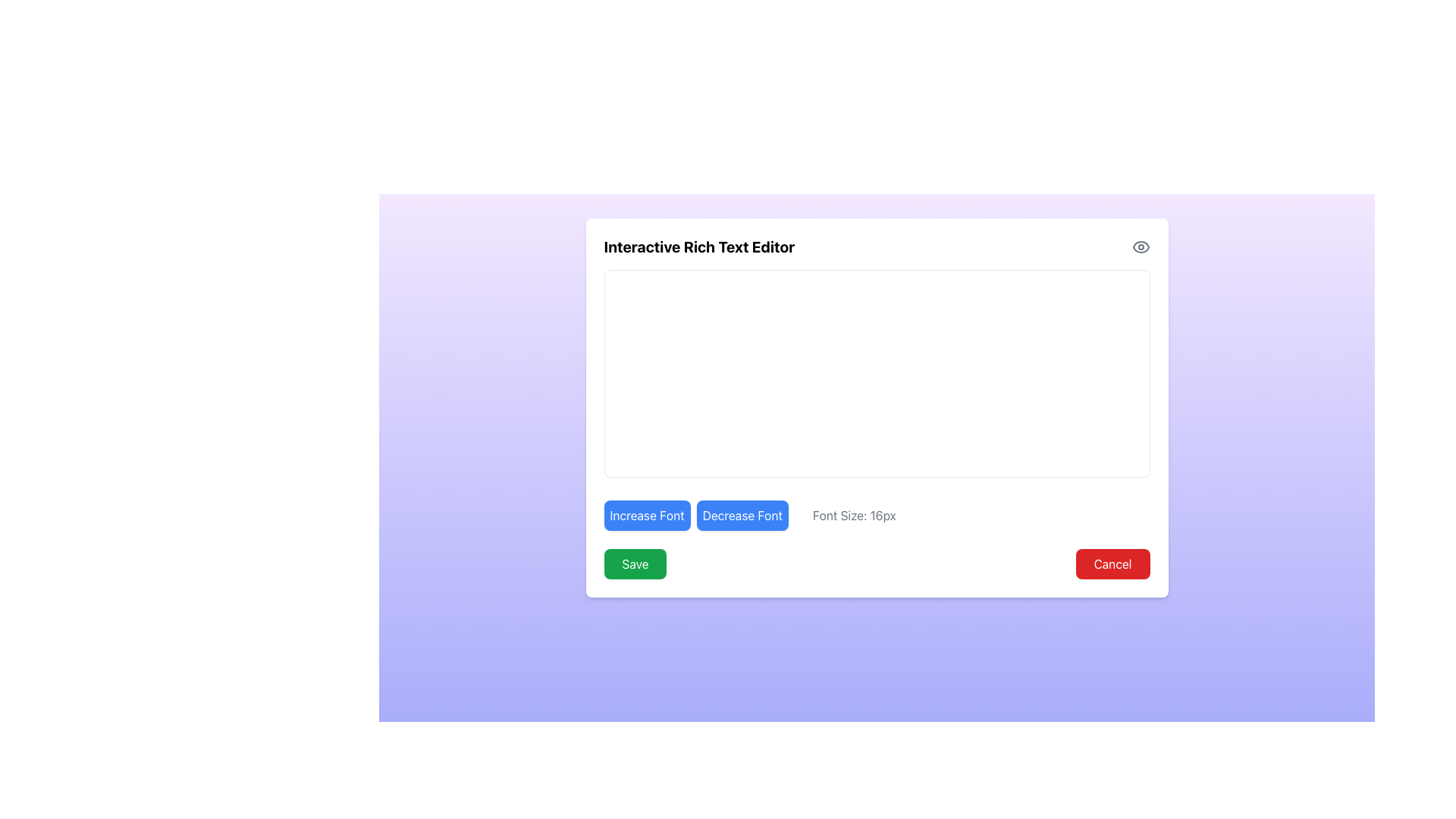 Image resolution: width=1456 pixels, height=819 pixels. I want to click on the 'Decrease Font' button to decrease the font size in the adjacent text editor, so click(742, 514).